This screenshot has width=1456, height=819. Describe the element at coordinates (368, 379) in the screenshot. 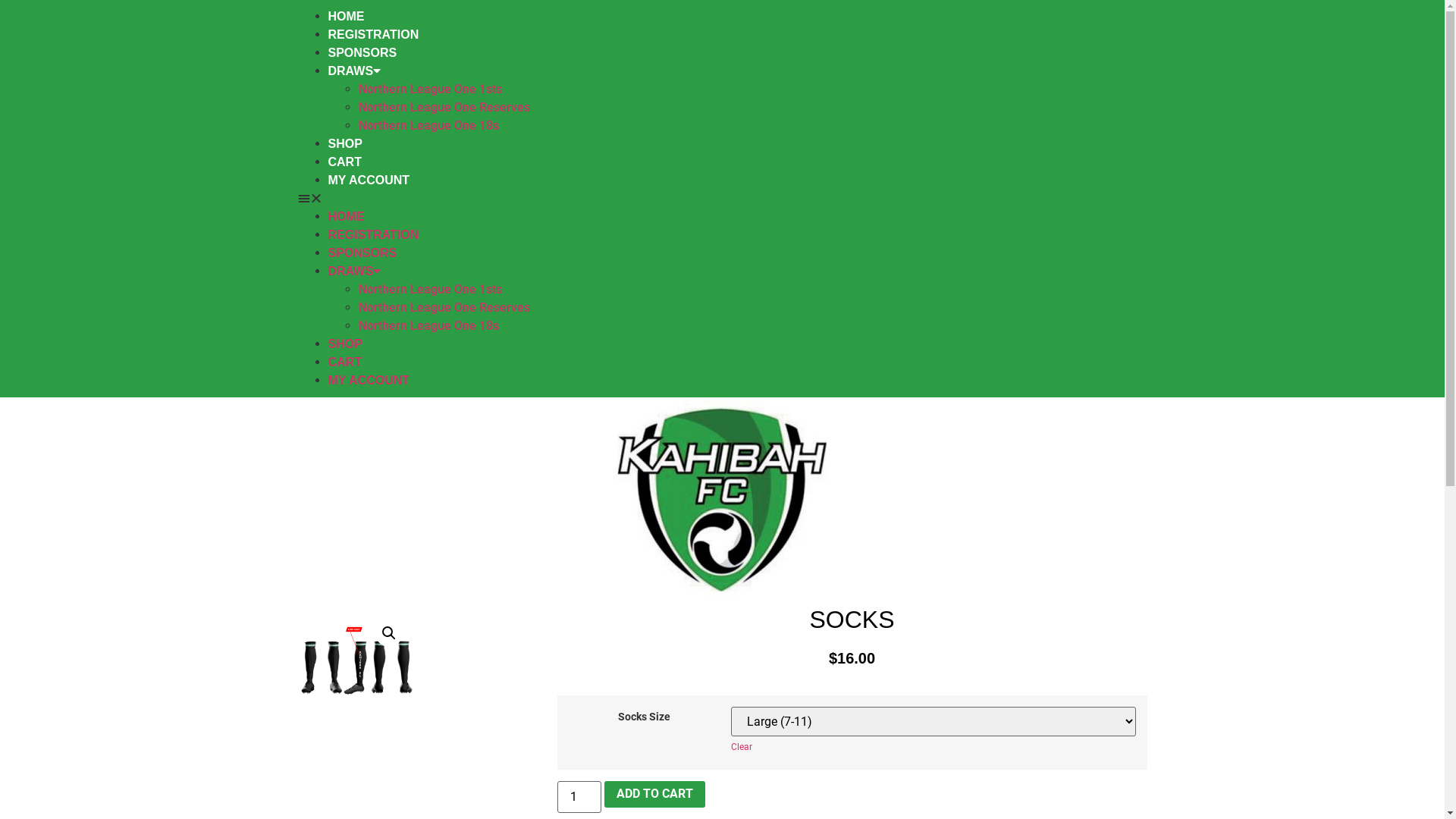

I see `'MY ACCOUNT'` at that location.